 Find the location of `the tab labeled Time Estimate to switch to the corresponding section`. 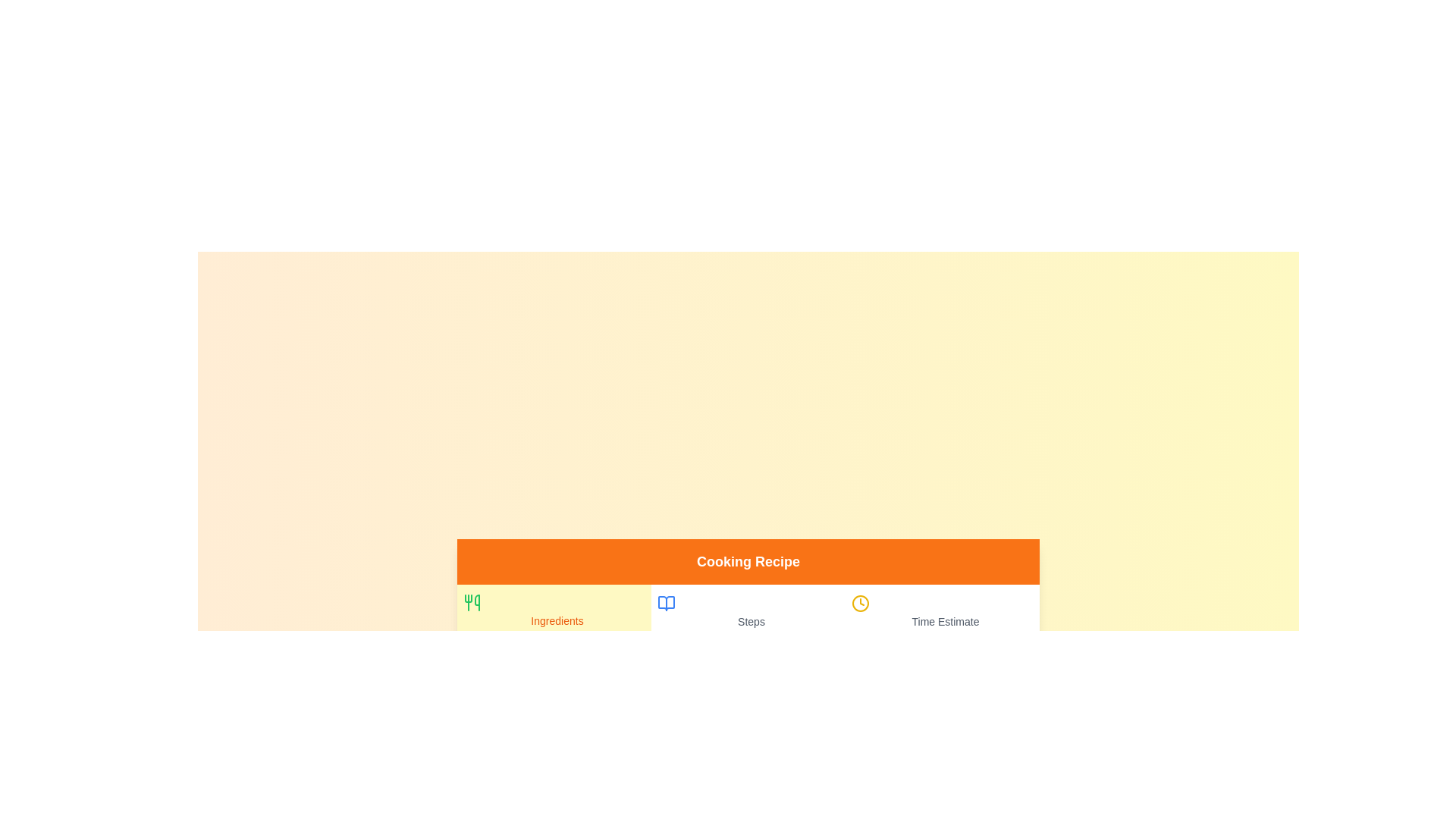

the tab labeled Time Estimate to switch to the corresponding section is located at coordinates (942, 611).